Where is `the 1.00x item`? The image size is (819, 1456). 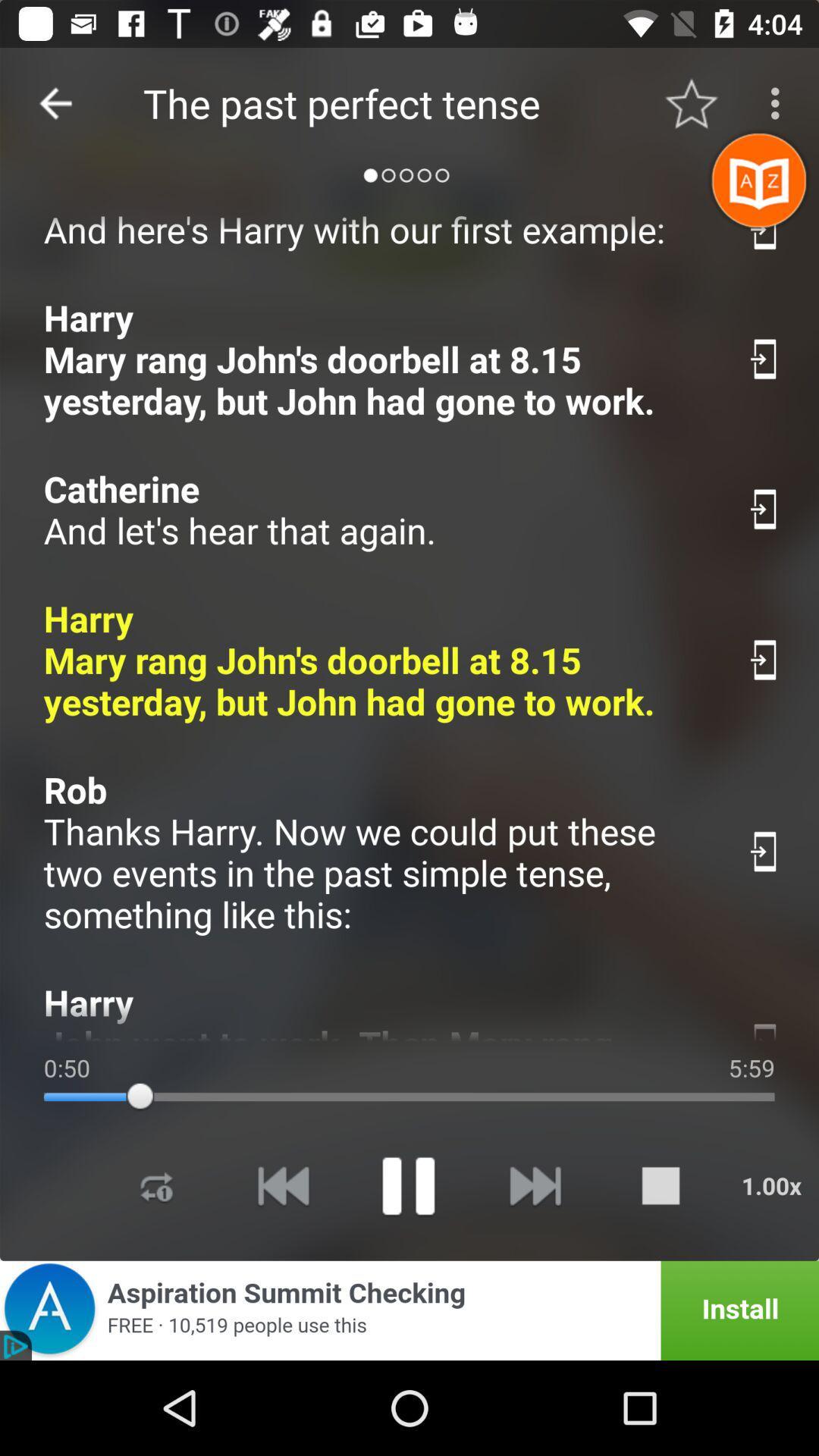 the 1.00x item is located at coordinates (771, 1185).